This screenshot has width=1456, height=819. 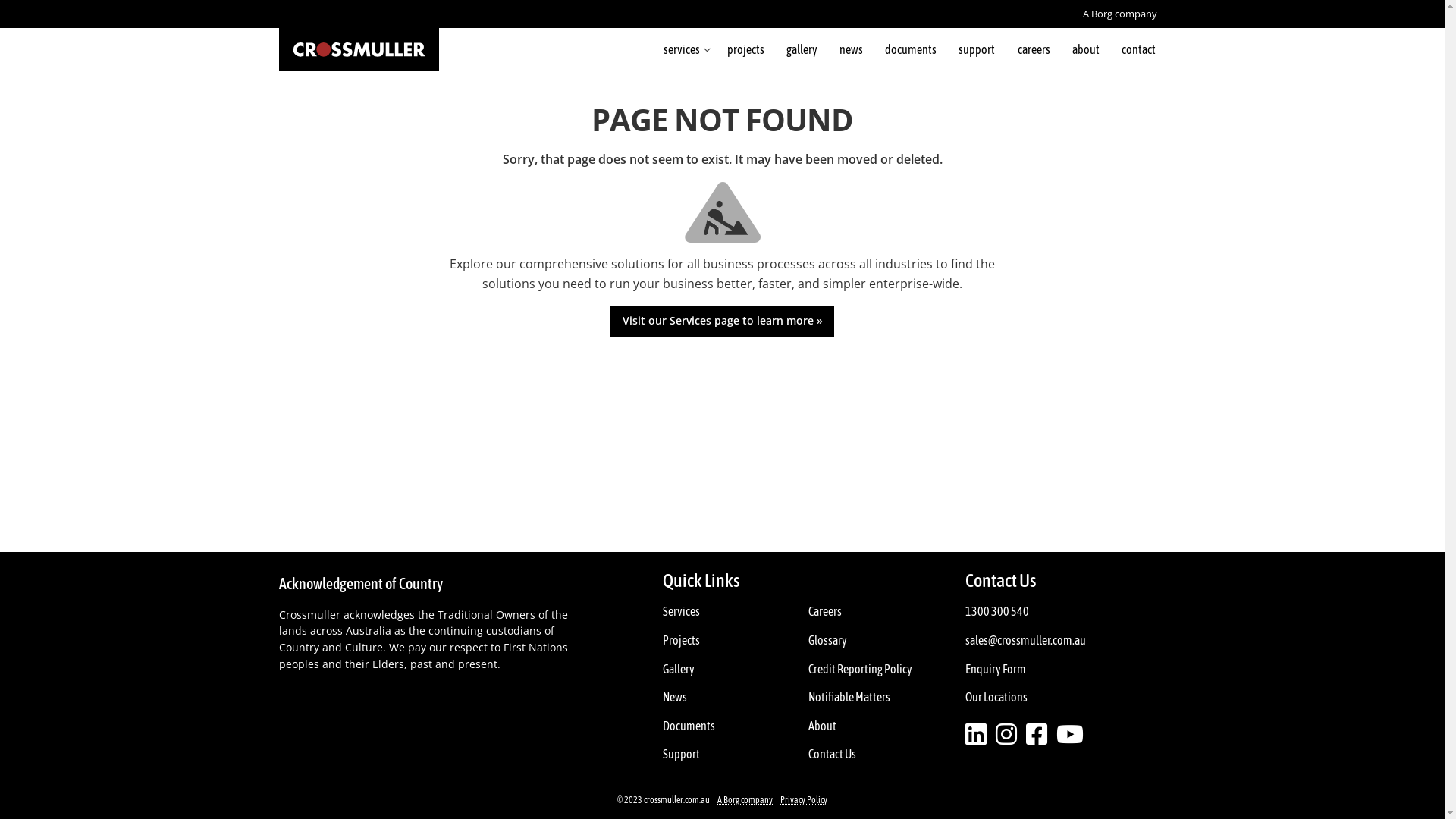 I want to click on 'Projects', so click(x=658, y=640).